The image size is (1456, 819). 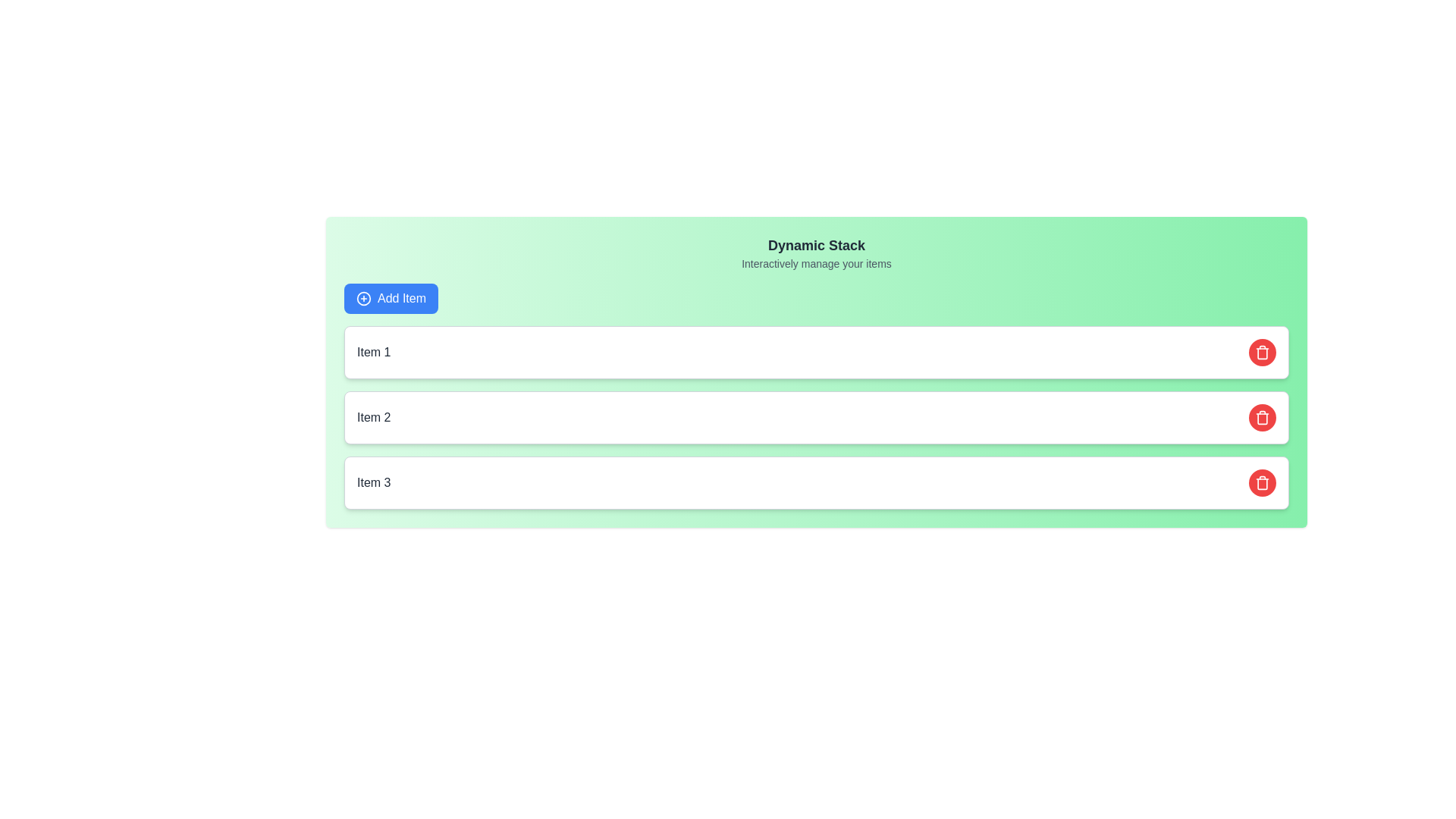 What do you see at coordinates (815, 482) in the screenshot?
I see `the List Item Card representing 'Item 3', which is the third card in a vertical stack, located below 'Item 2'` at bounding box center [815, 482].